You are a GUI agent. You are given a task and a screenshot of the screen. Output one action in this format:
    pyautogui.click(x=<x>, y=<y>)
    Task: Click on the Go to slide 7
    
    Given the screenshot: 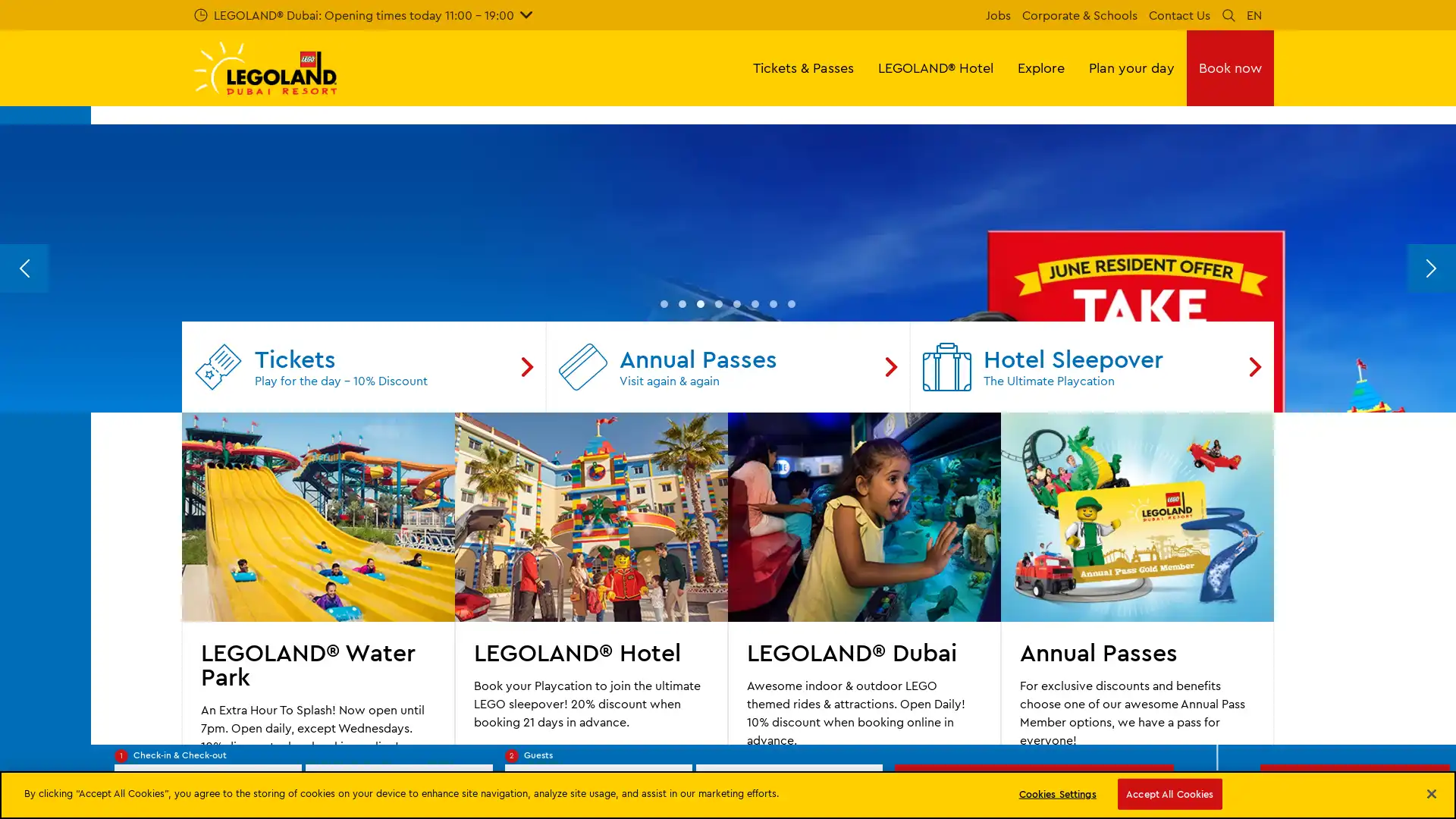 What is the action you would take?
    pyautogui.click(x=773, y=604)
    